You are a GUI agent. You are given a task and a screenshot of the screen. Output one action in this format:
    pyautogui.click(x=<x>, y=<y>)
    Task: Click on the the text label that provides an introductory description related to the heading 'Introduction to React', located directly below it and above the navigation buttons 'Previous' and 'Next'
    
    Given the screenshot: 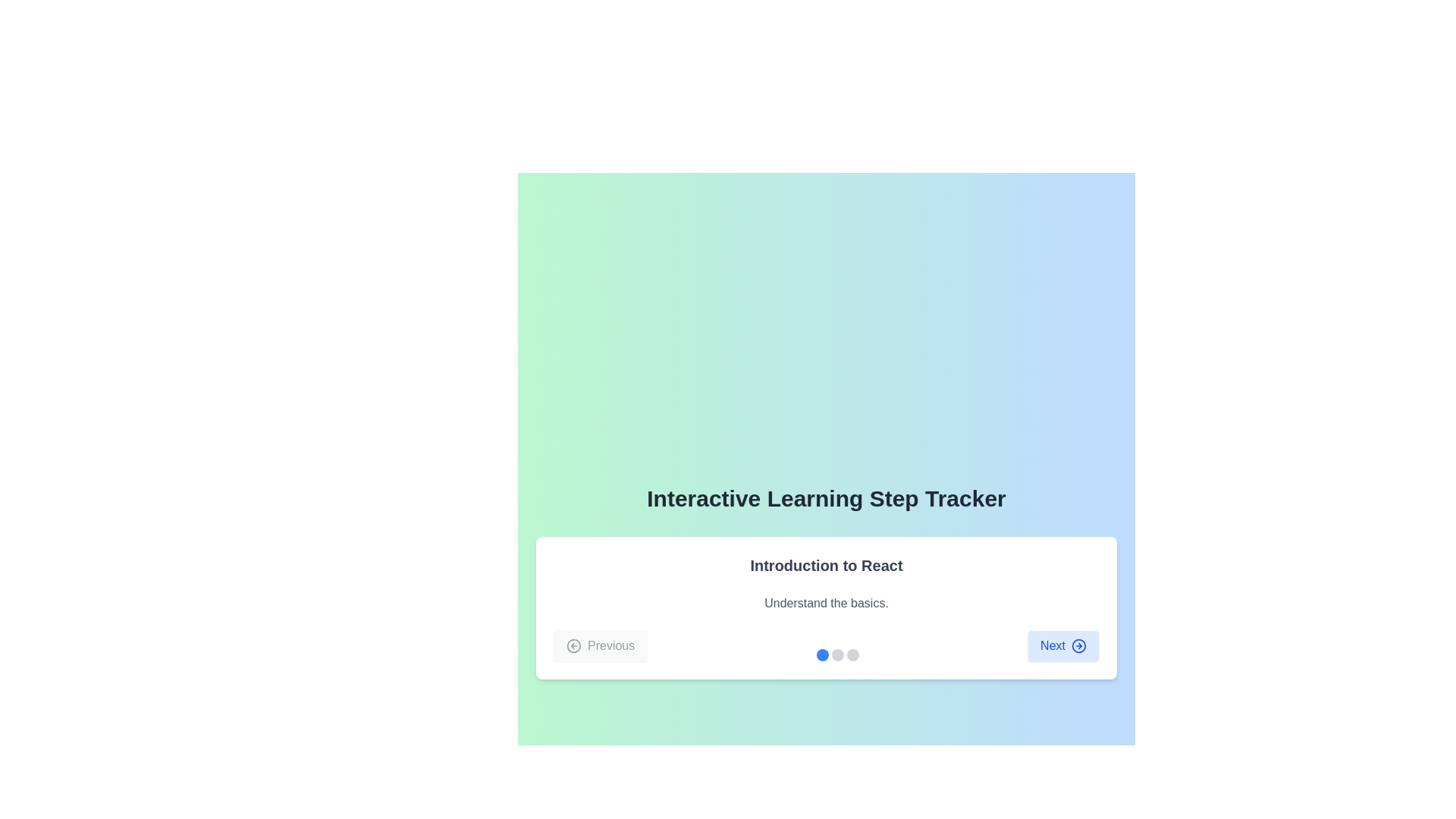 What is the action you would take?
    pyautogui.click(x=825, y=602)
    